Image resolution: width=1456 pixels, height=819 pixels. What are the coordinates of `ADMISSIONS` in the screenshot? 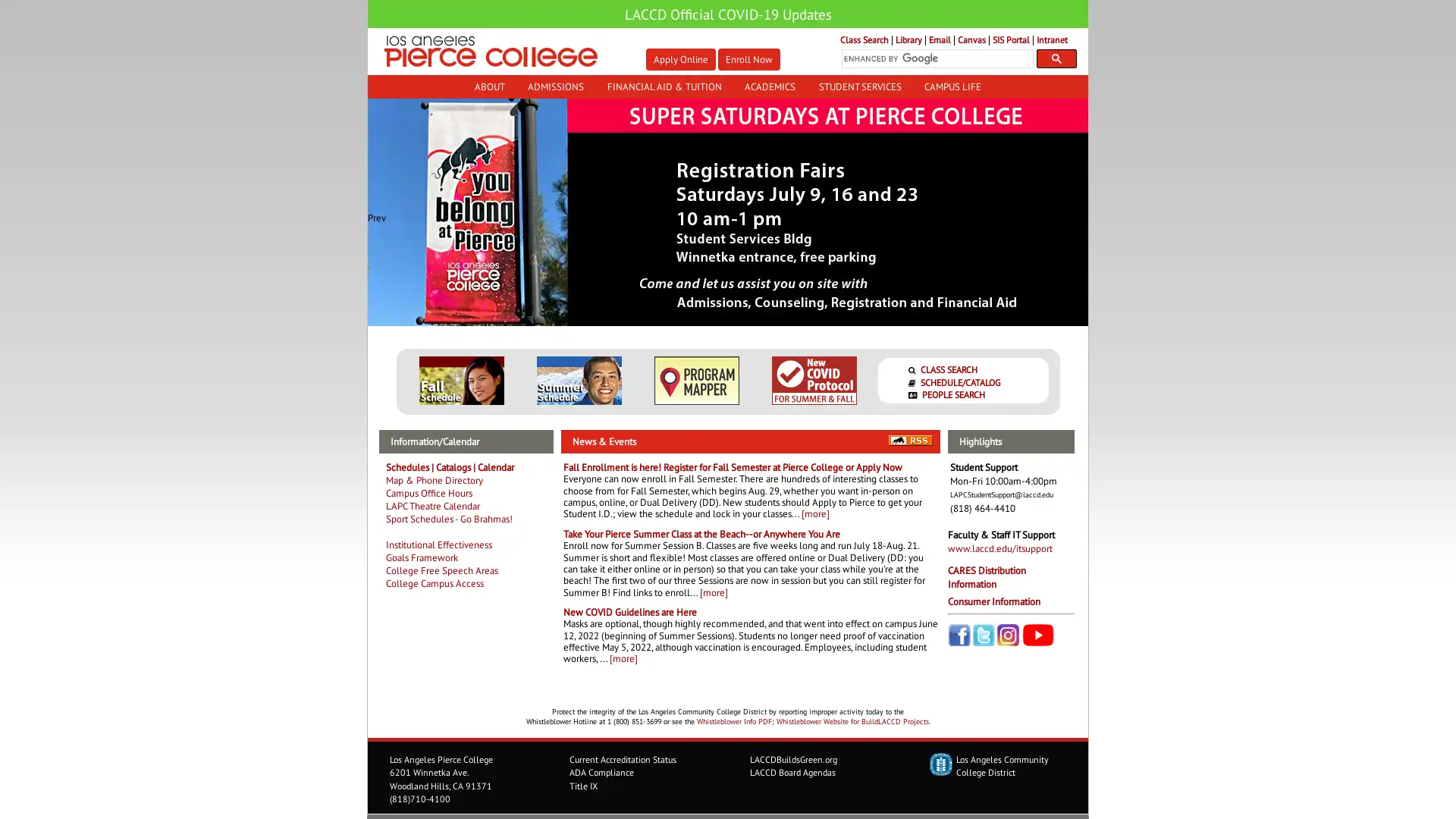 It's located at (554, 86).